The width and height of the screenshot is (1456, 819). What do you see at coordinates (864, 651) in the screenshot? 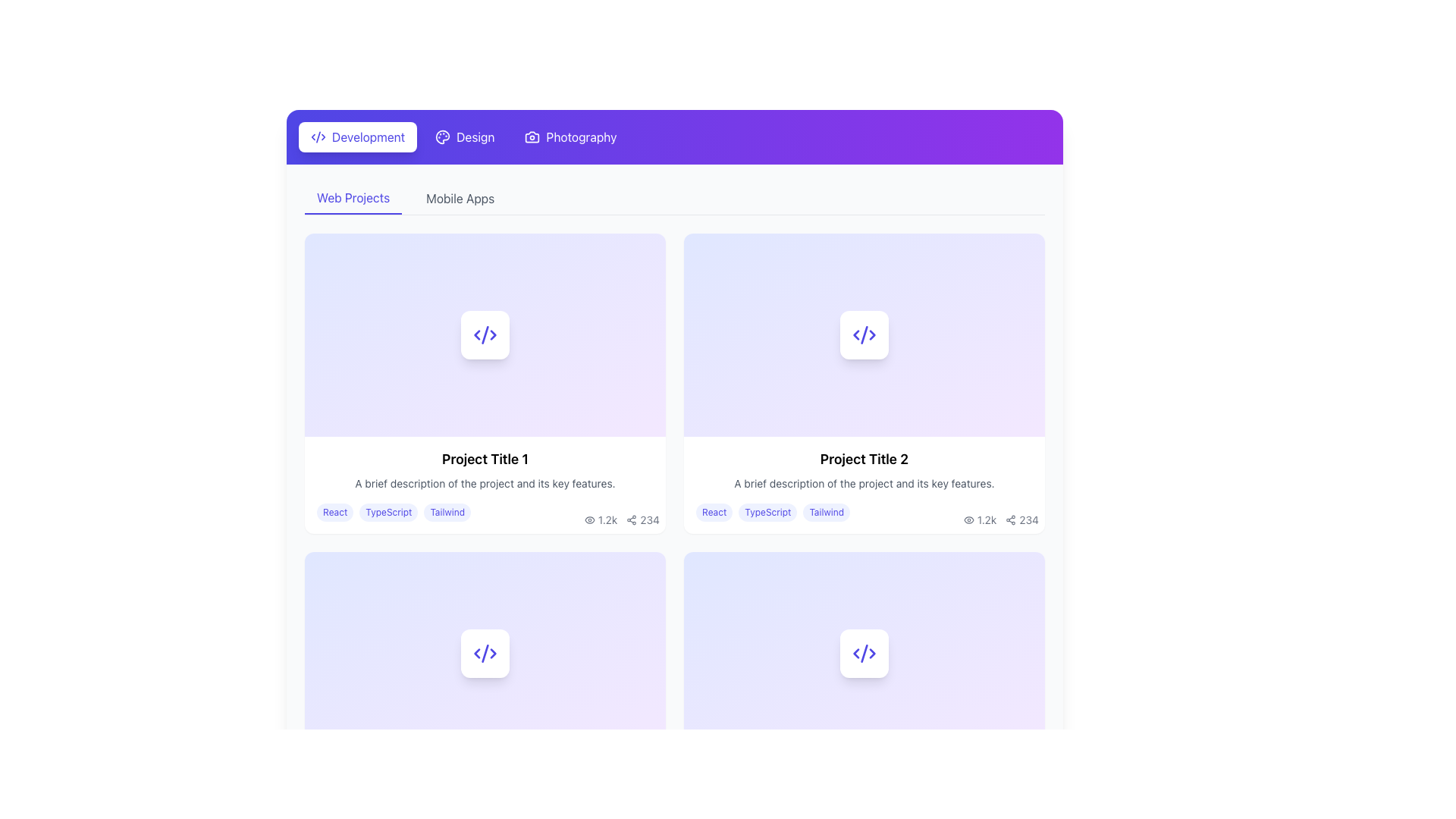
I see `the thumbnail representing 'Project Title 4' in the 'Web Projects' section for interaction` at bounding box center [864, 651].